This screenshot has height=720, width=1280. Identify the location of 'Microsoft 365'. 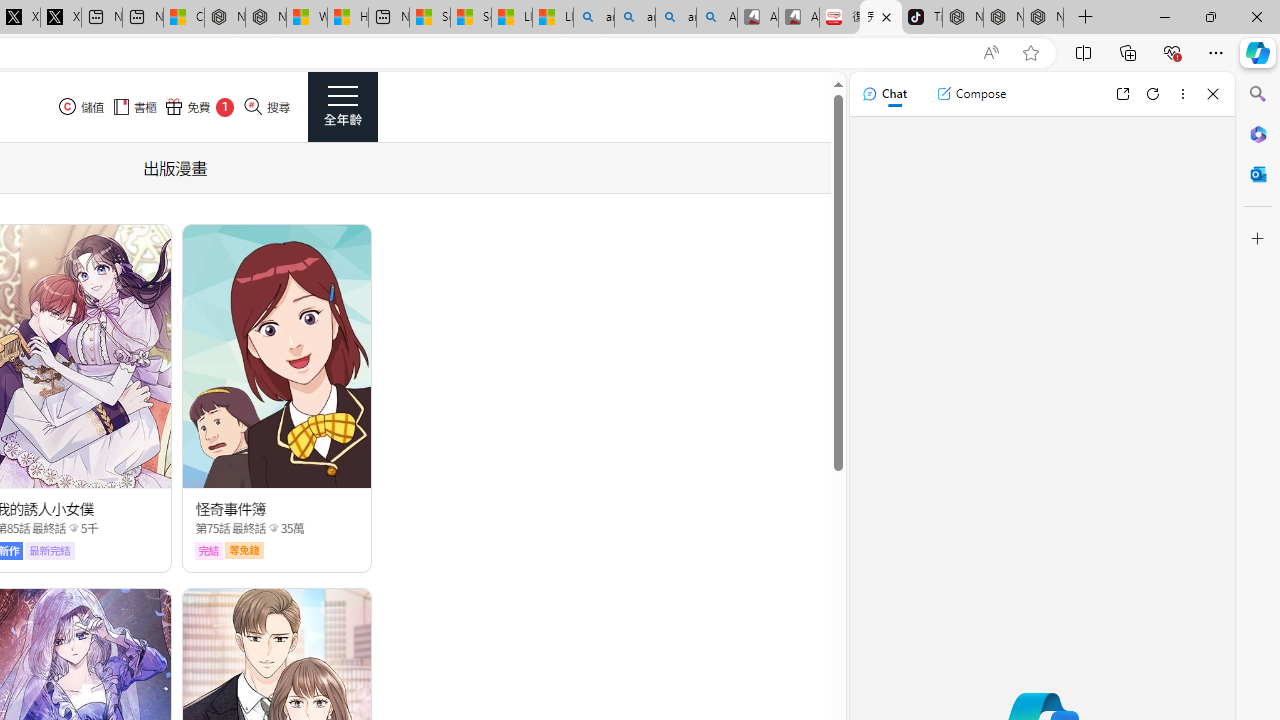
(1257, 133).